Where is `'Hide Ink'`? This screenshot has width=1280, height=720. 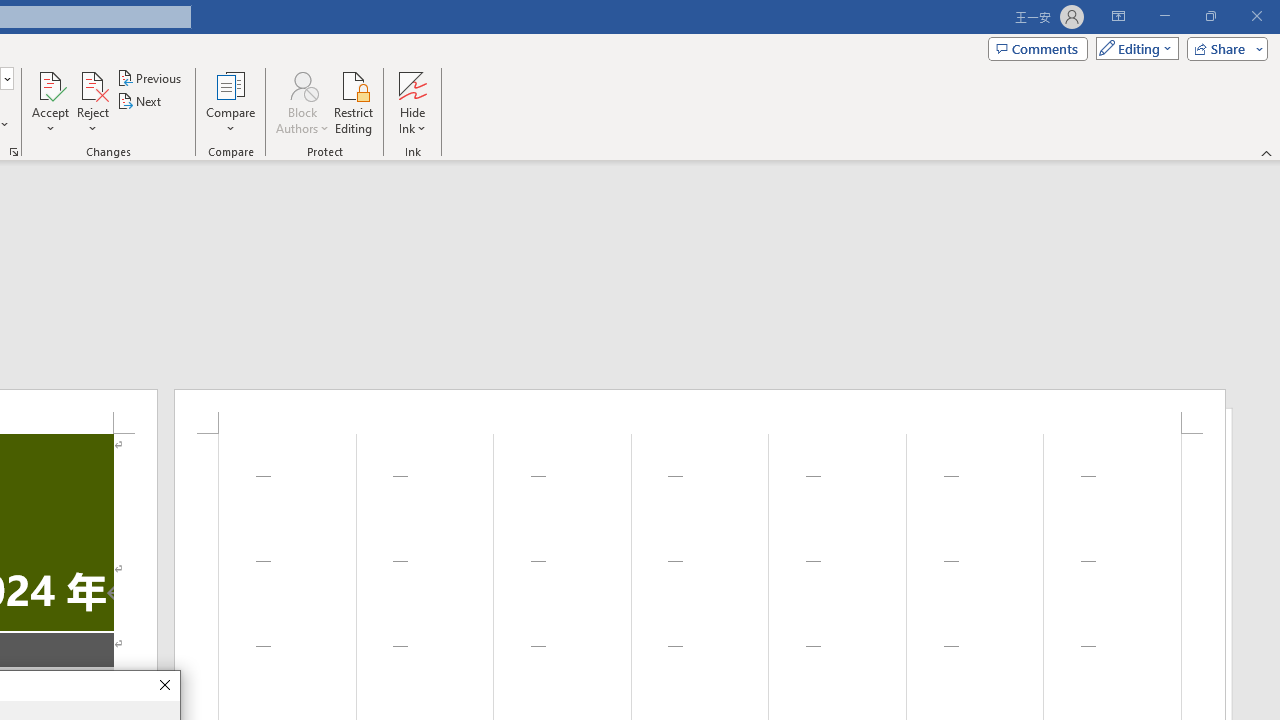
'Hide Ink' is located at coordinates (411, 84).